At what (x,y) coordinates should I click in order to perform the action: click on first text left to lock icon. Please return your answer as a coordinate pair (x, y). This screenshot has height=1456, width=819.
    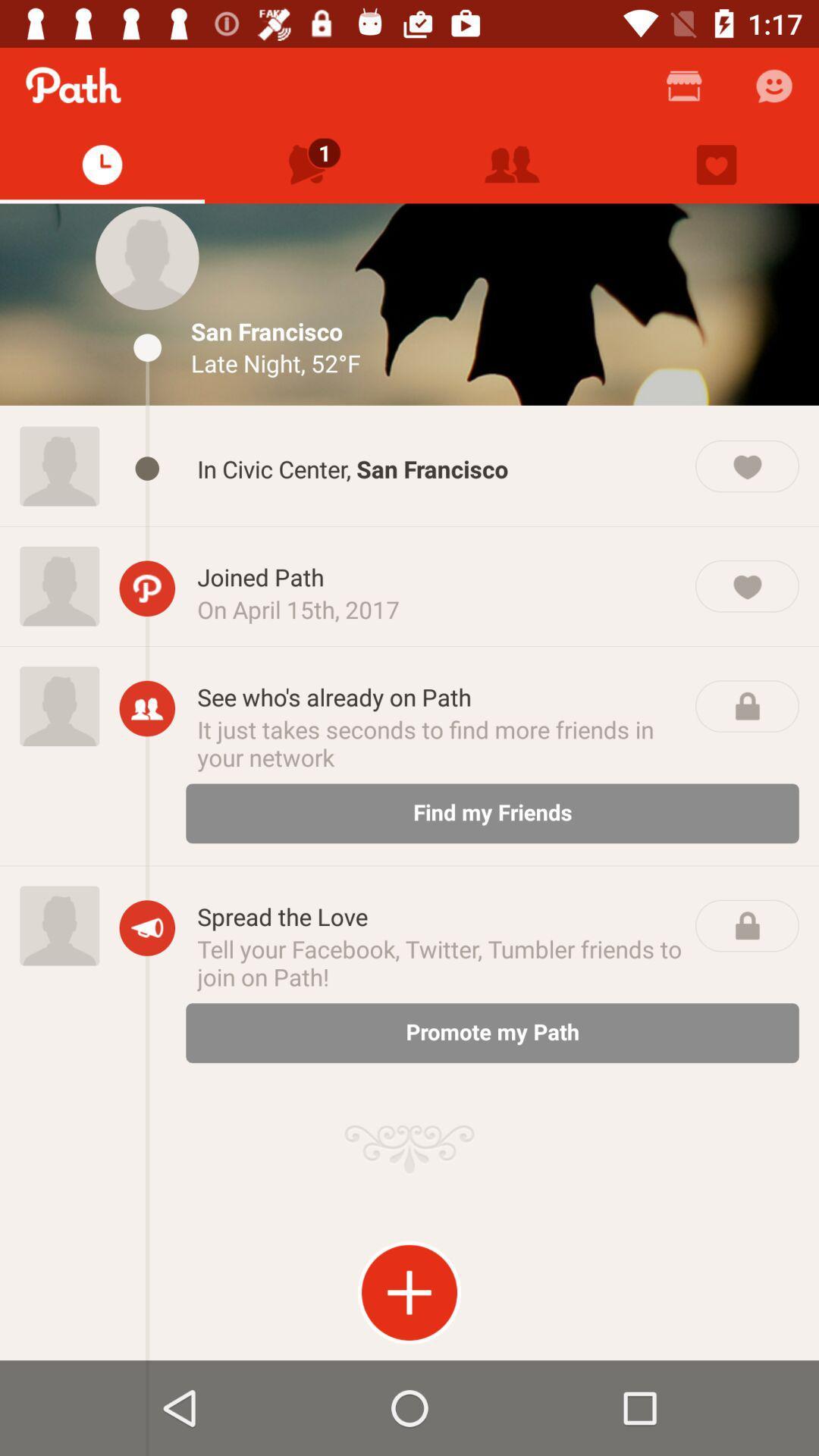
    Looking at the image, I should click on (441, 696).